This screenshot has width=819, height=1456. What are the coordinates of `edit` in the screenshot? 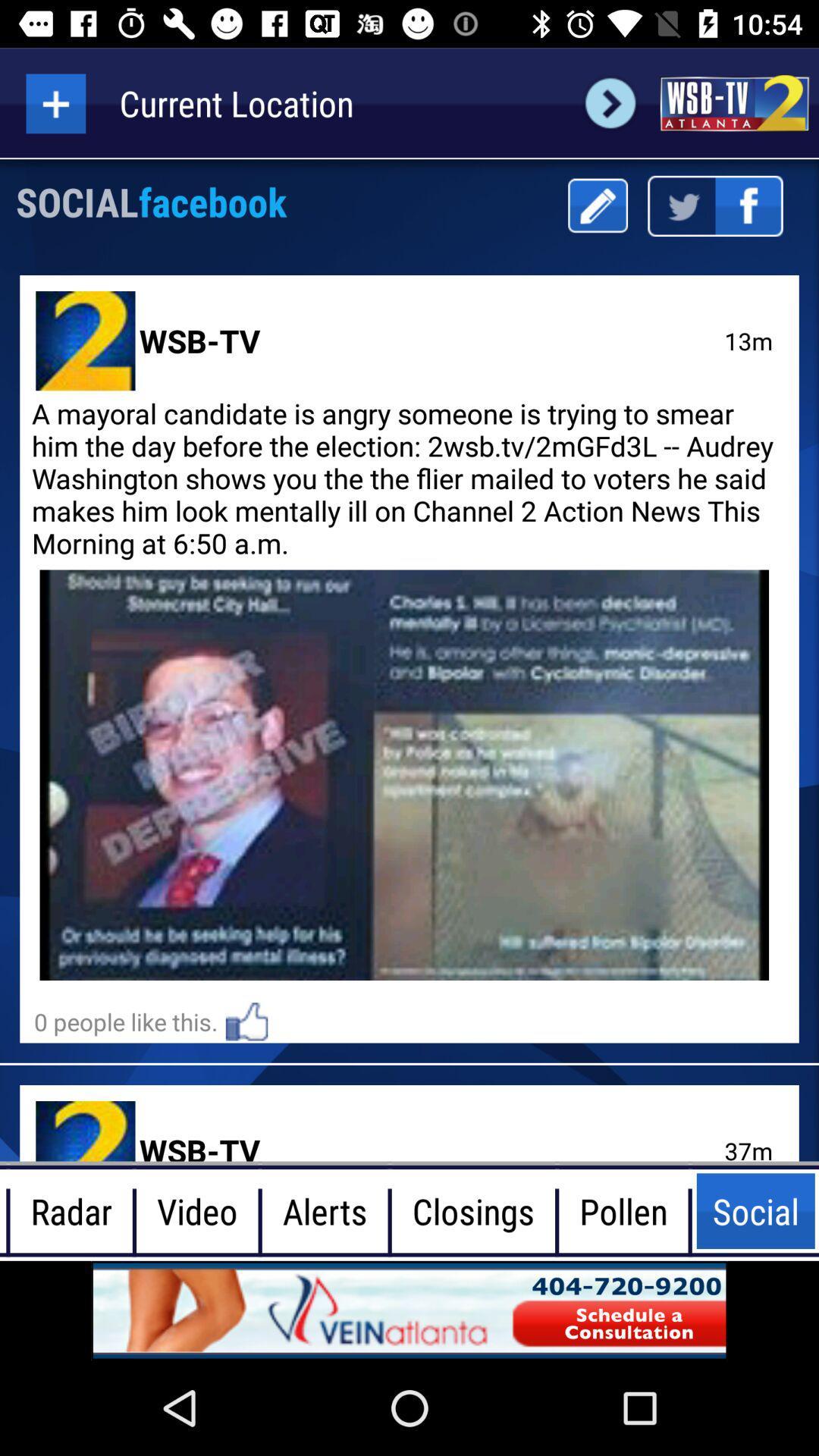 It's located at (597, 205).